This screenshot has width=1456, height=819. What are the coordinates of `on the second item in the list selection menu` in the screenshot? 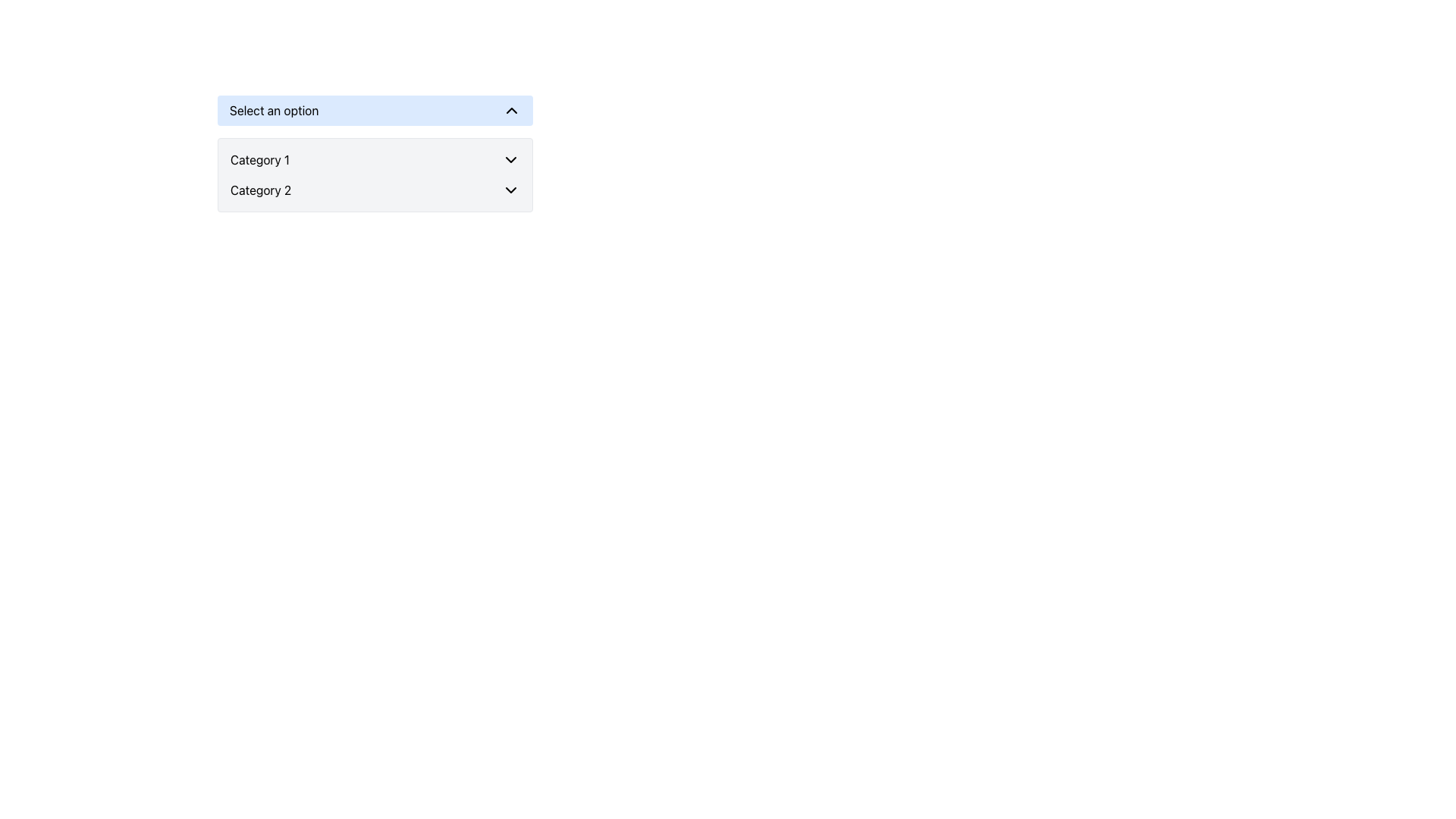 It's located at (375, 189).